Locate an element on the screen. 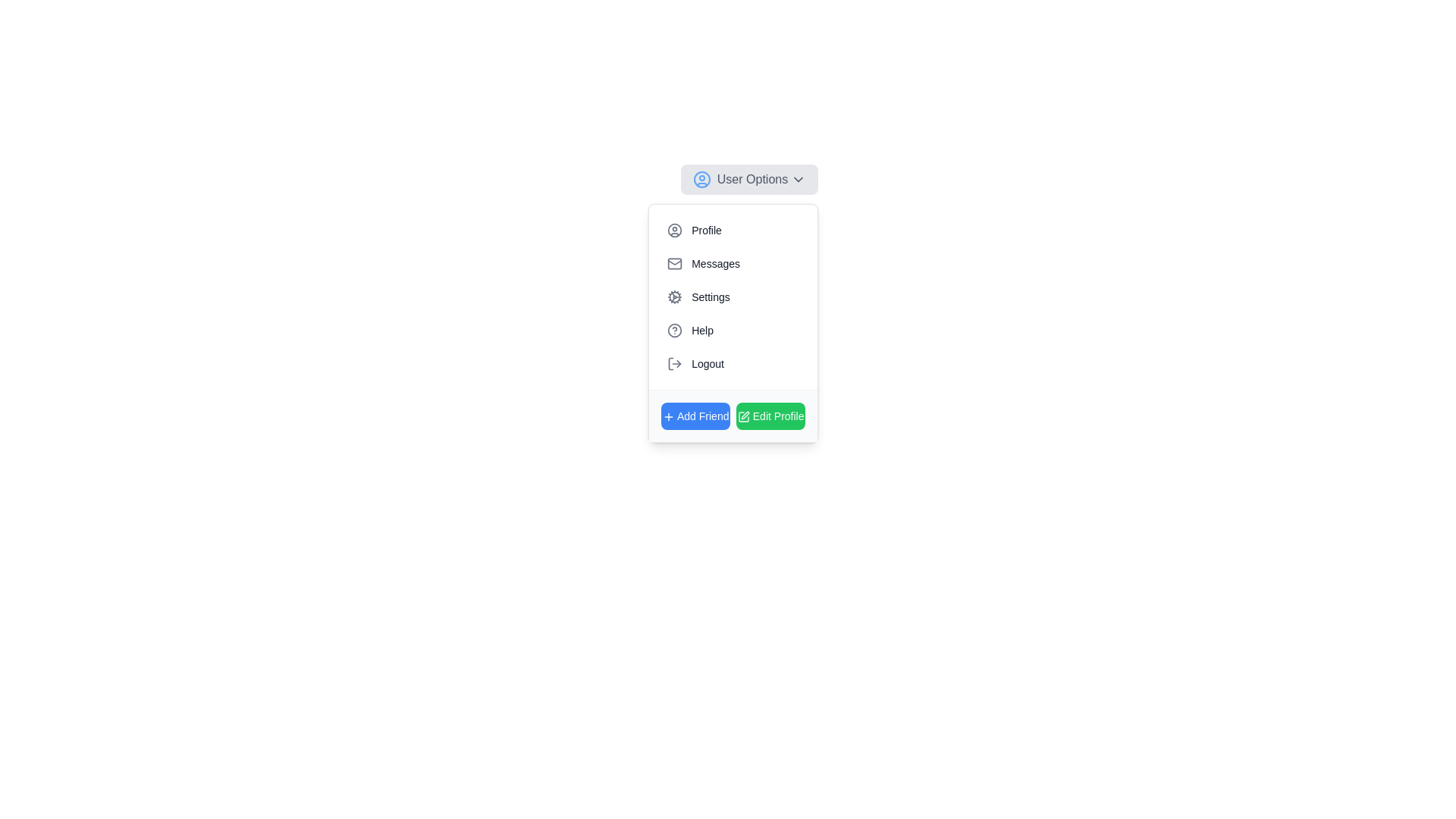  the Circle vector graphic element in the 'User Options' dropdown menu that visually represents a user's profile icon is located at coordinates (674, 231).